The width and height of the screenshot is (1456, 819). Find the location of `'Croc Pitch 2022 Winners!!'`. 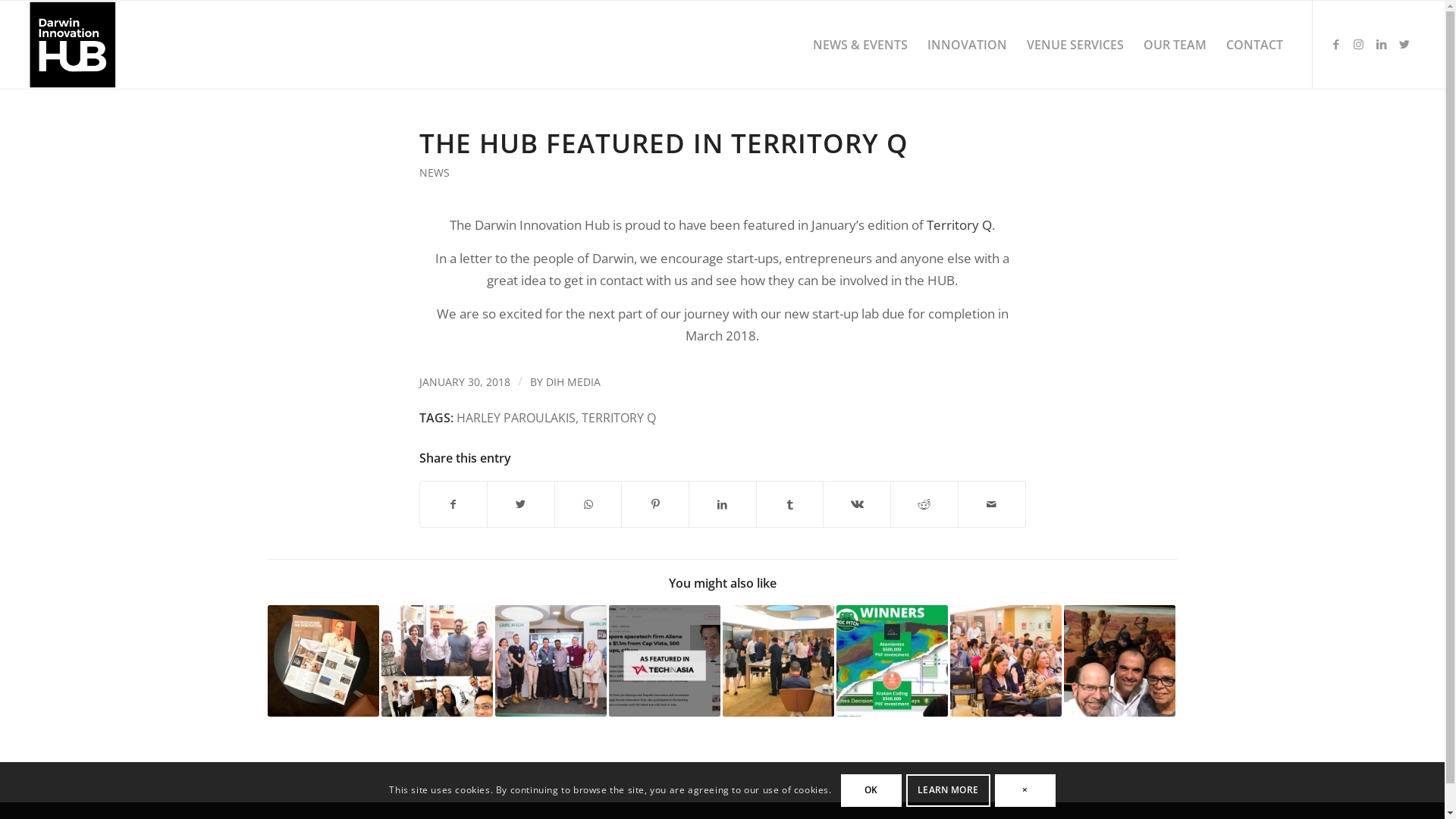

'Croc Pitch 2022 Winners!!' is located at coordinates (891, 660).